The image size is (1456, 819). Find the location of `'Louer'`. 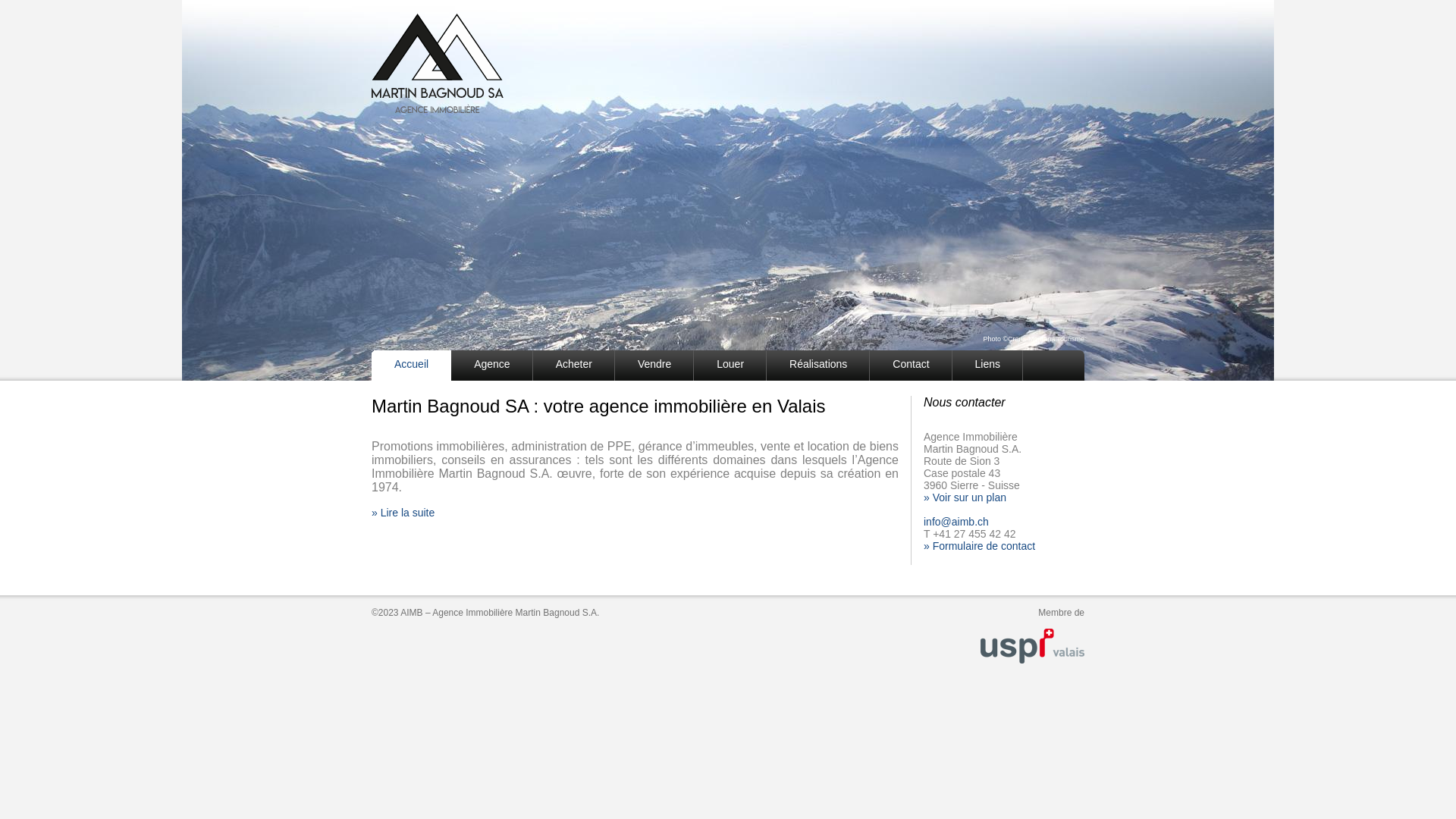

'Louer' is located at coordinates (693, 366).